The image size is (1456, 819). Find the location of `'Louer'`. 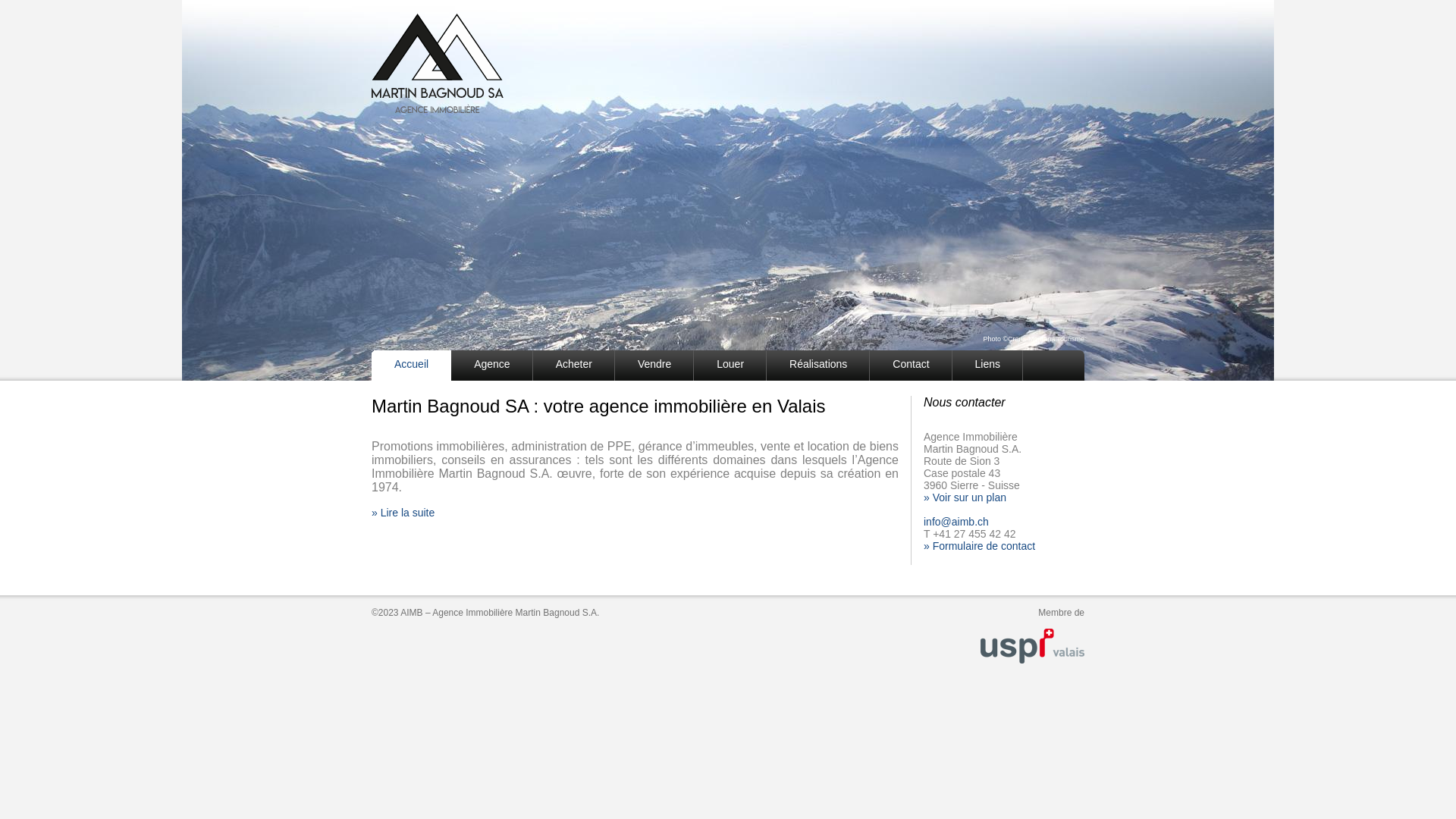

'Louer' is located at coordinates (693, 366).